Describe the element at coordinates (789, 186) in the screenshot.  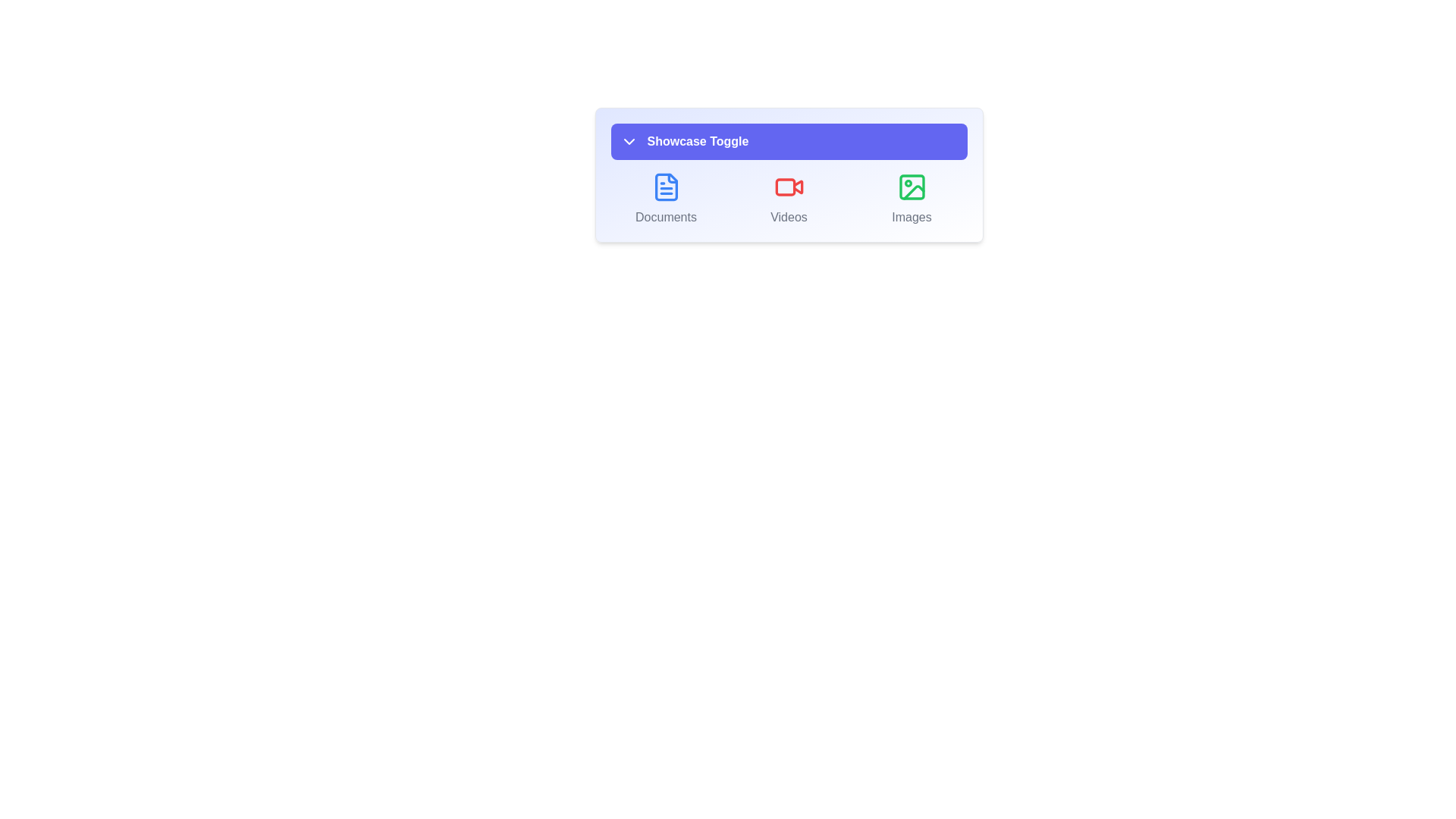
I see `the red video camera icon located under the 'Showcase Toggle' header, which is the second icon in a row of three, between a blue document icon and a green image icon` at that location.